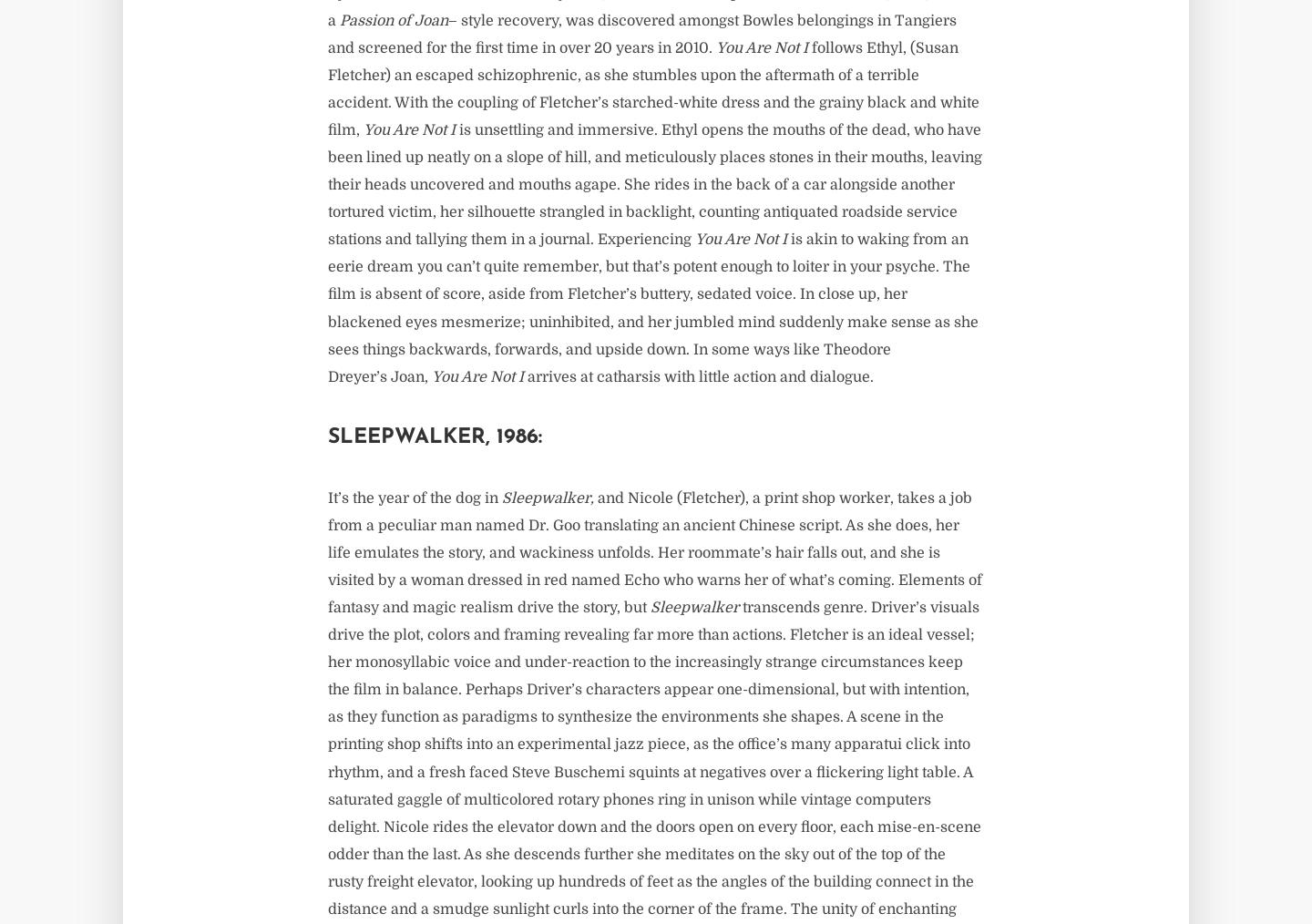 This screenshot has width=1312, height=924. I want to click on 'is akin to waking from an eerie dream you can’t quite remember, but that’s potent enough to loiter in your psyche. The film is absent of score, aside from Fletcher’s buttery, sedated voice. In close up, her blackened eyes mesmerize; uninhibited, and her jumbled mind suddenly make sense as she sees things backwards, forwards, and upside down. In some ways like Theodore Dreyer’s Joan,', so click(652, 307).